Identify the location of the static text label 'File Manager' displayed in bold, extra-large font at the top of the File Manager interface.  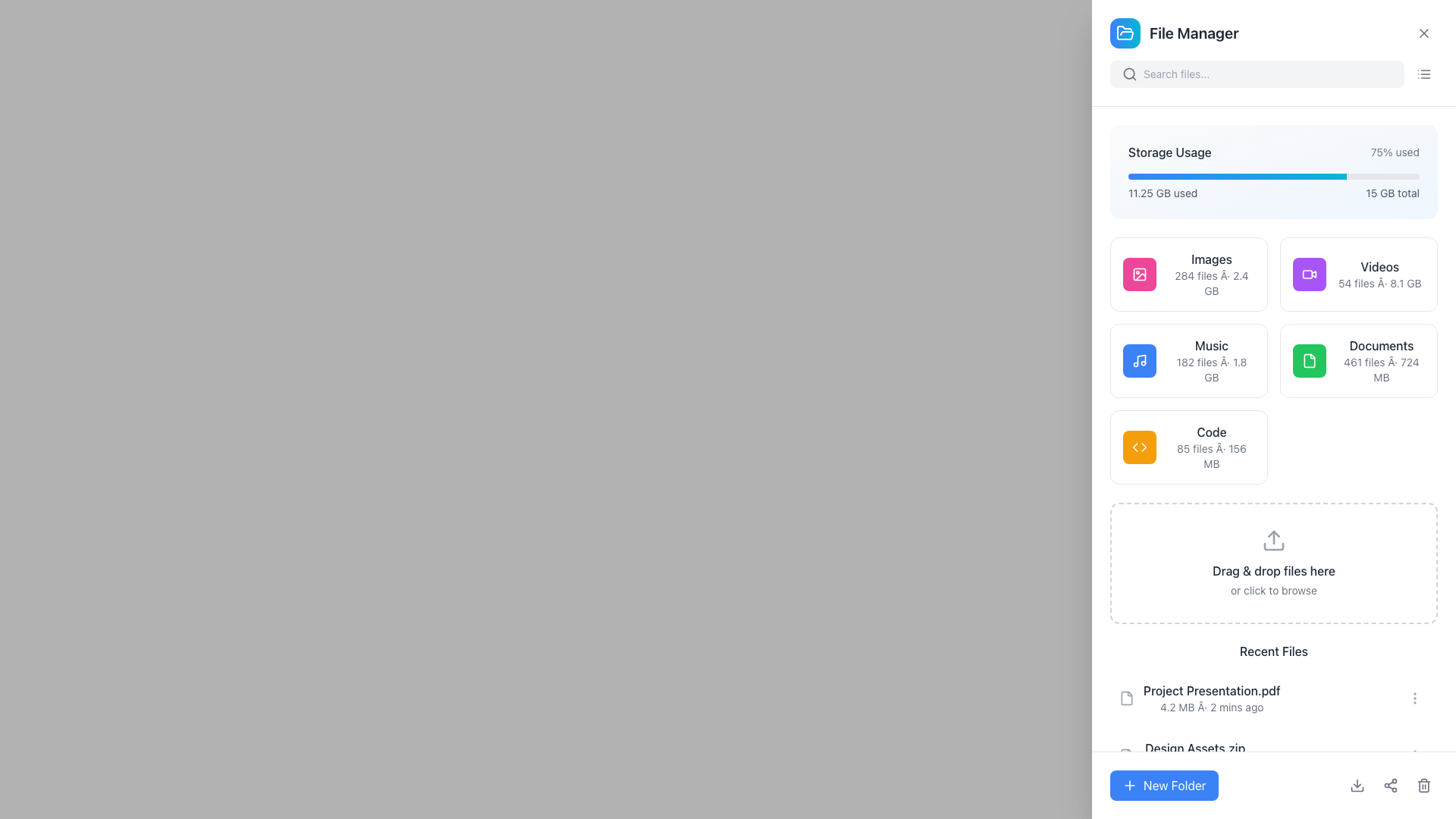
(1193, 33).